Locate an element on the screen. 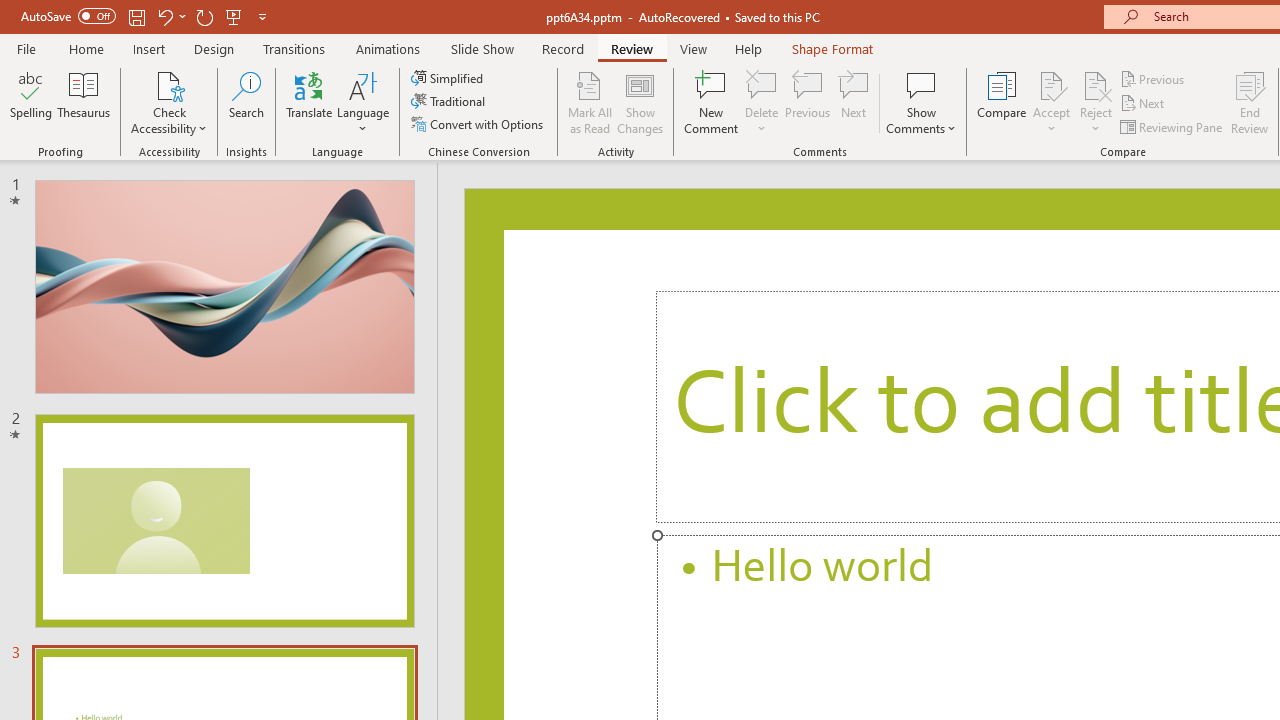 This screenshot has width=1280, height=720. 'Previous' is located at coordinates (1153, 78).